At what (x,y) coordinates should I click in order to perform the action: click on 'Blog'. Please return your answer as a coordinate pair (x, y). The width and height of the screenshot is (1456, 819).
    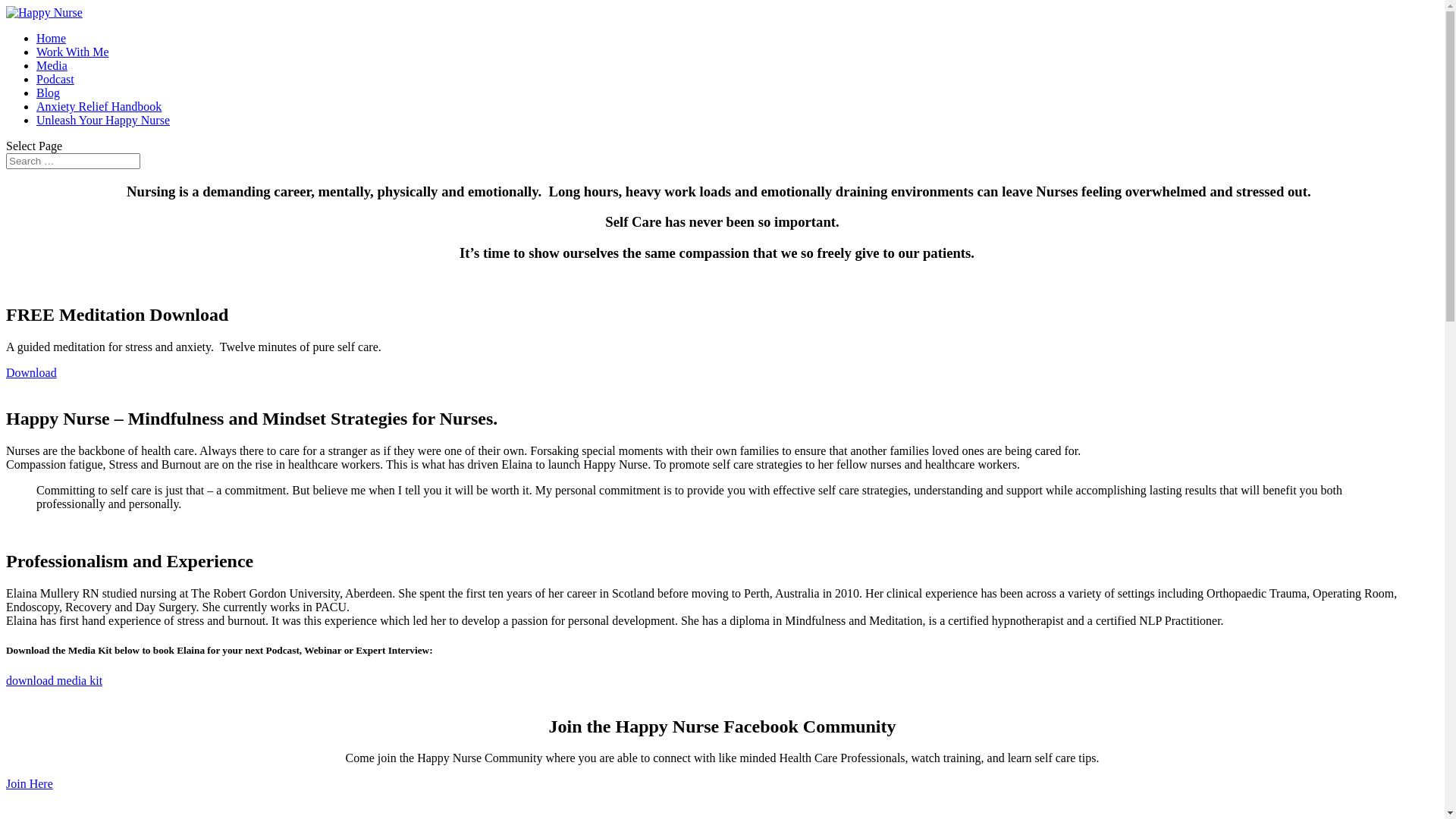
    Looking at the image, I should click on (48, 93).